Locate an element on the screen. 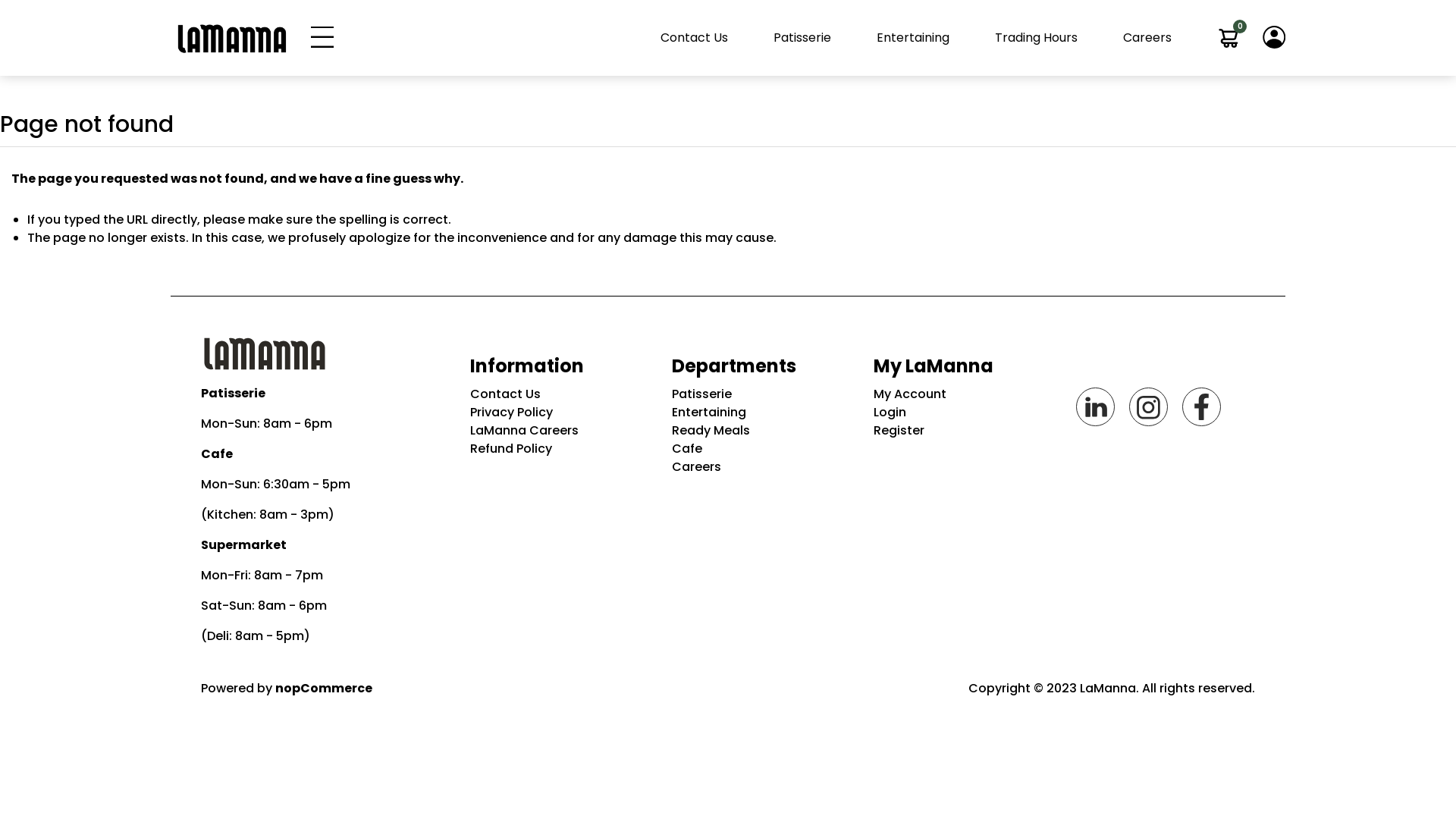 The width and height of the screenshot is (1456, 819). 'LaManna Careers' is located at coordinates (559, 430).